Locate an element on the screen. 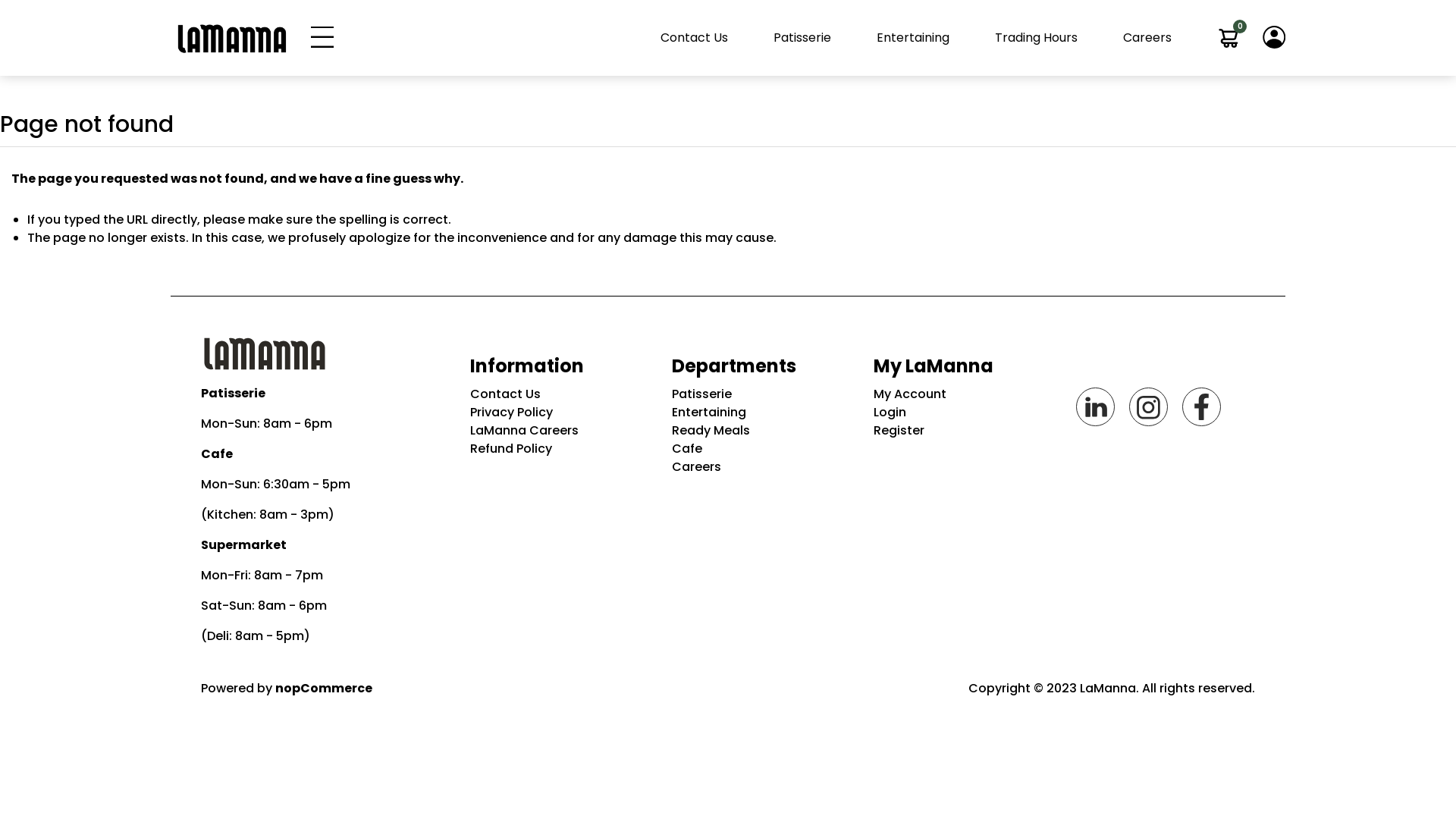 The width and height of the screenshot is (1456, 819). 'LaManna Careers' is located at coordinates (559, 430).